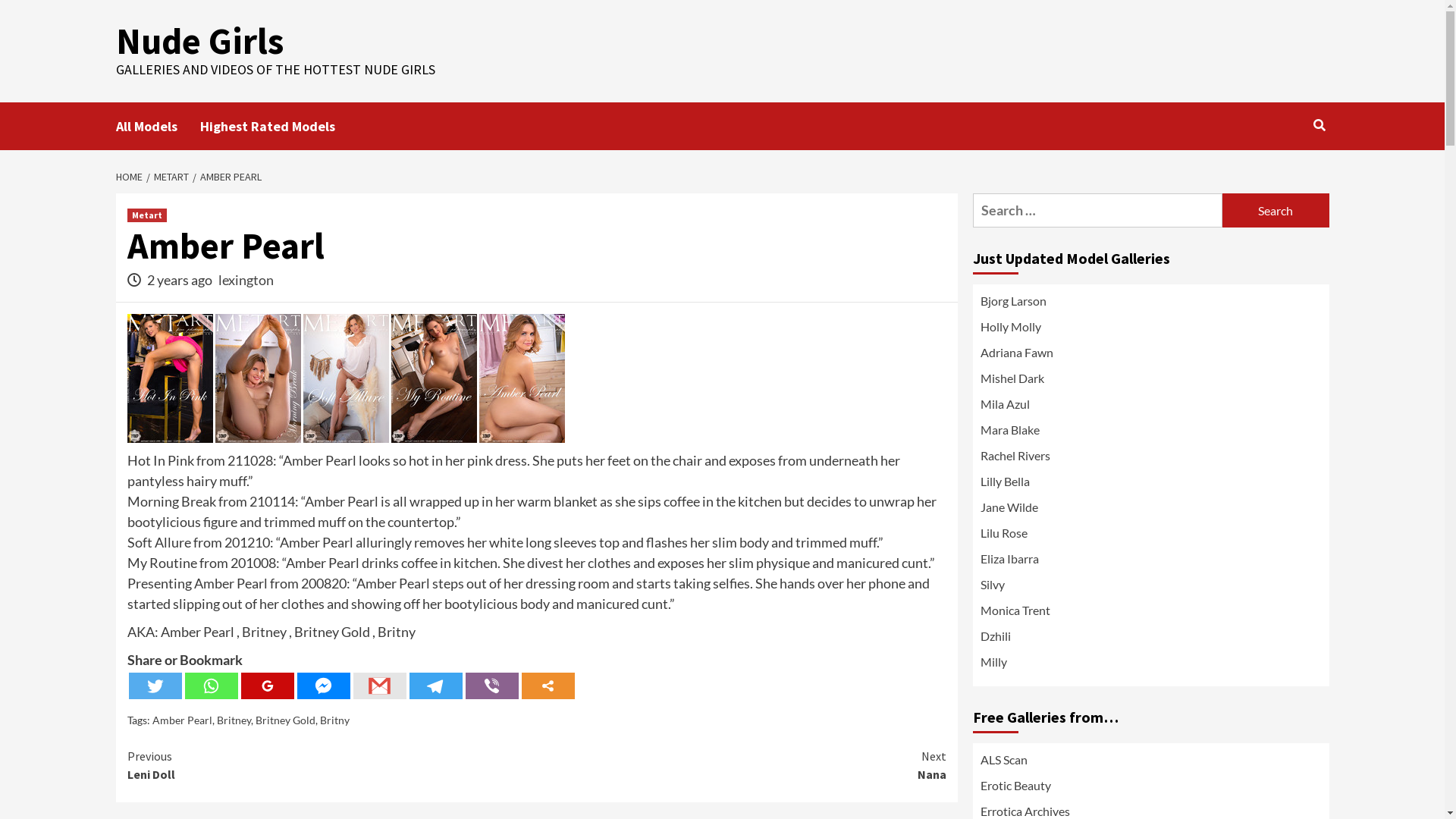  I want to click on 'Twitter', so click(155, 686).